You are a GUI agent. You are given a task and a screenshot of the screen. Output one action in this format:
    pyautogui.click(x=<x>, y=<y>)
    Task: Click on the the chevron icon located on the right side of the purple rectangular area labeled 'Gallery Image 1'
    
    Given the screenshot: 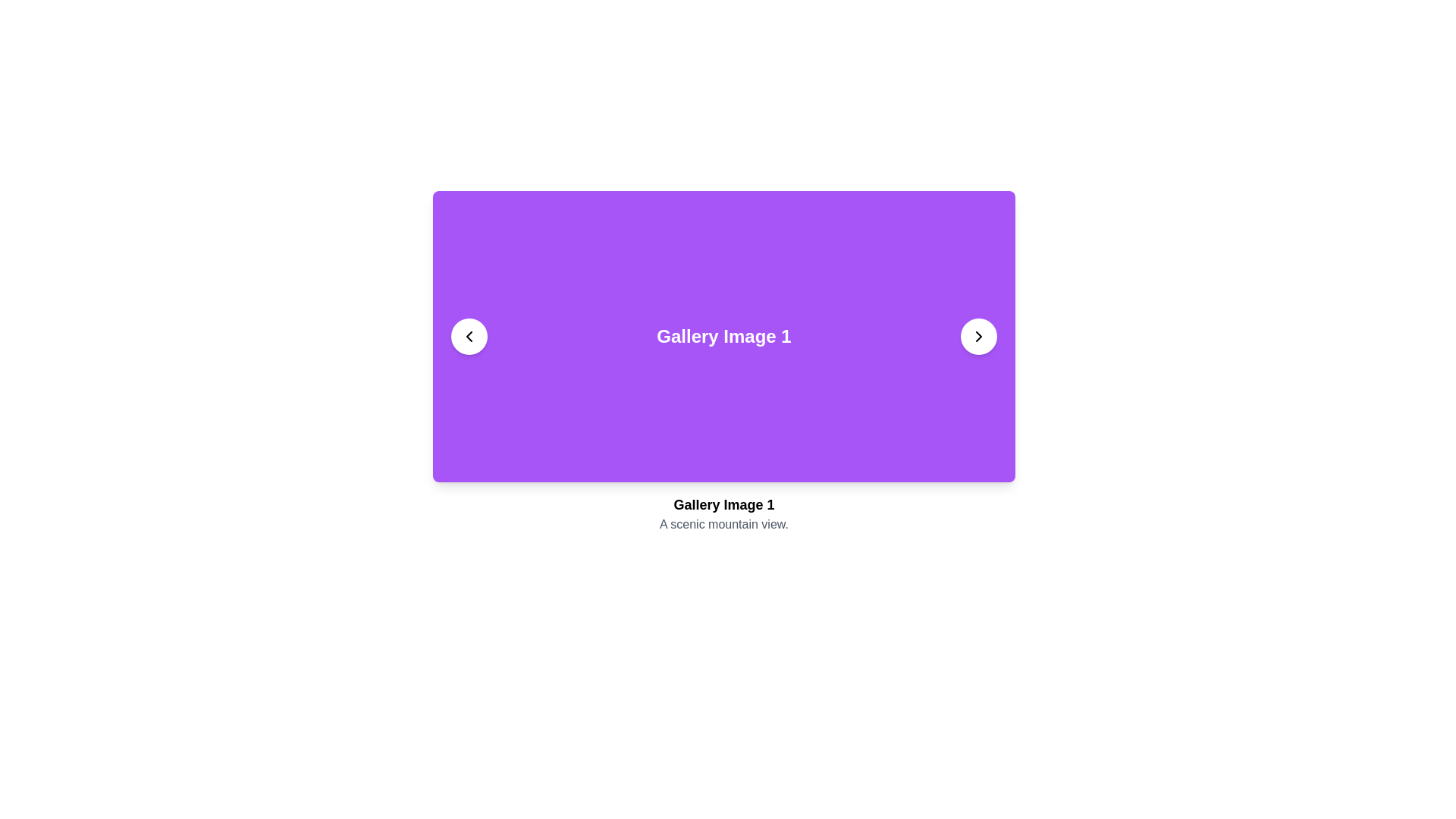 What is the action you would take?
    pyautogui.click(x=979, y=335)
    